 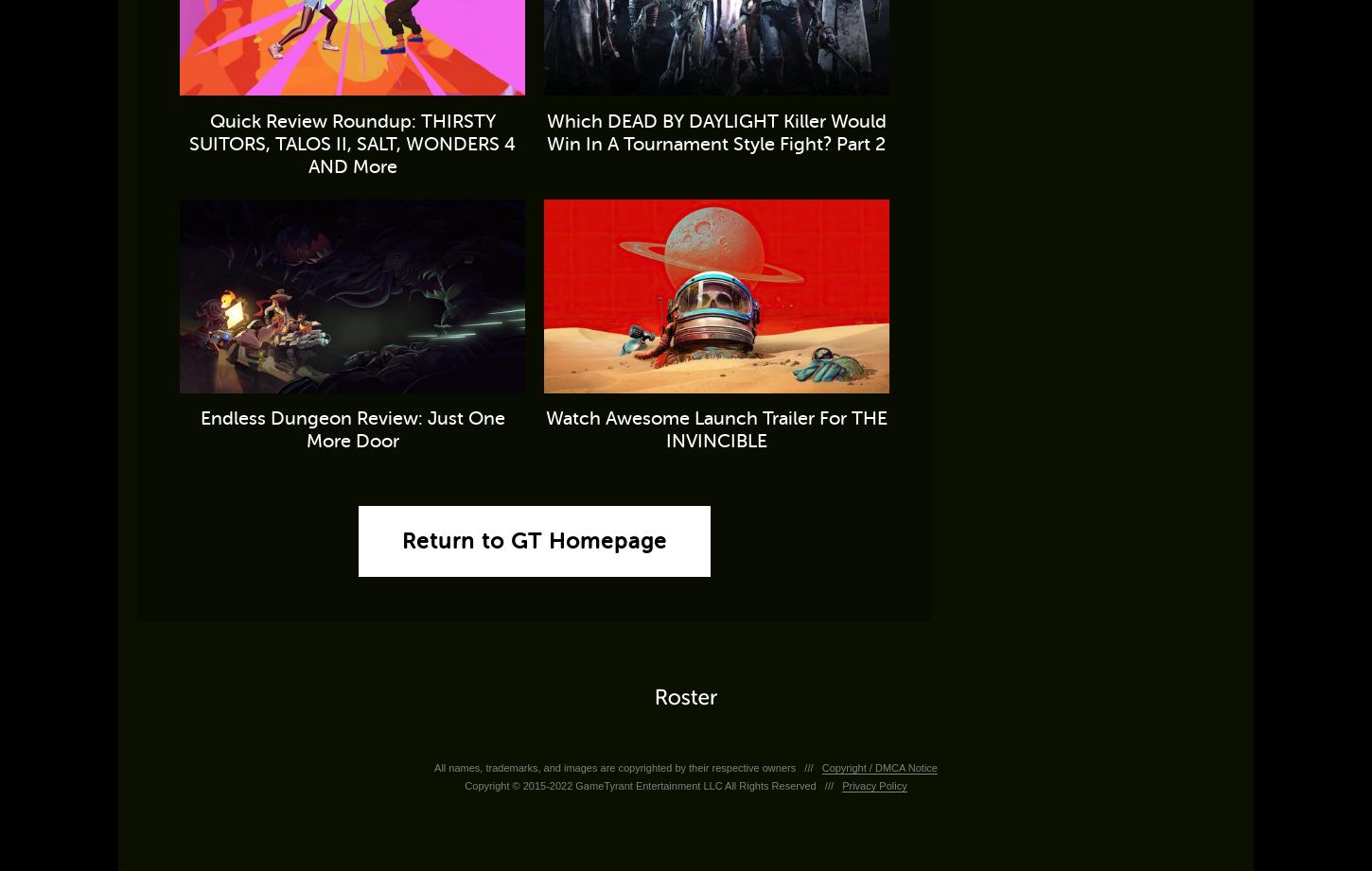 I want to click on 'Return to GT Homepage', so click(x=535, y=539).